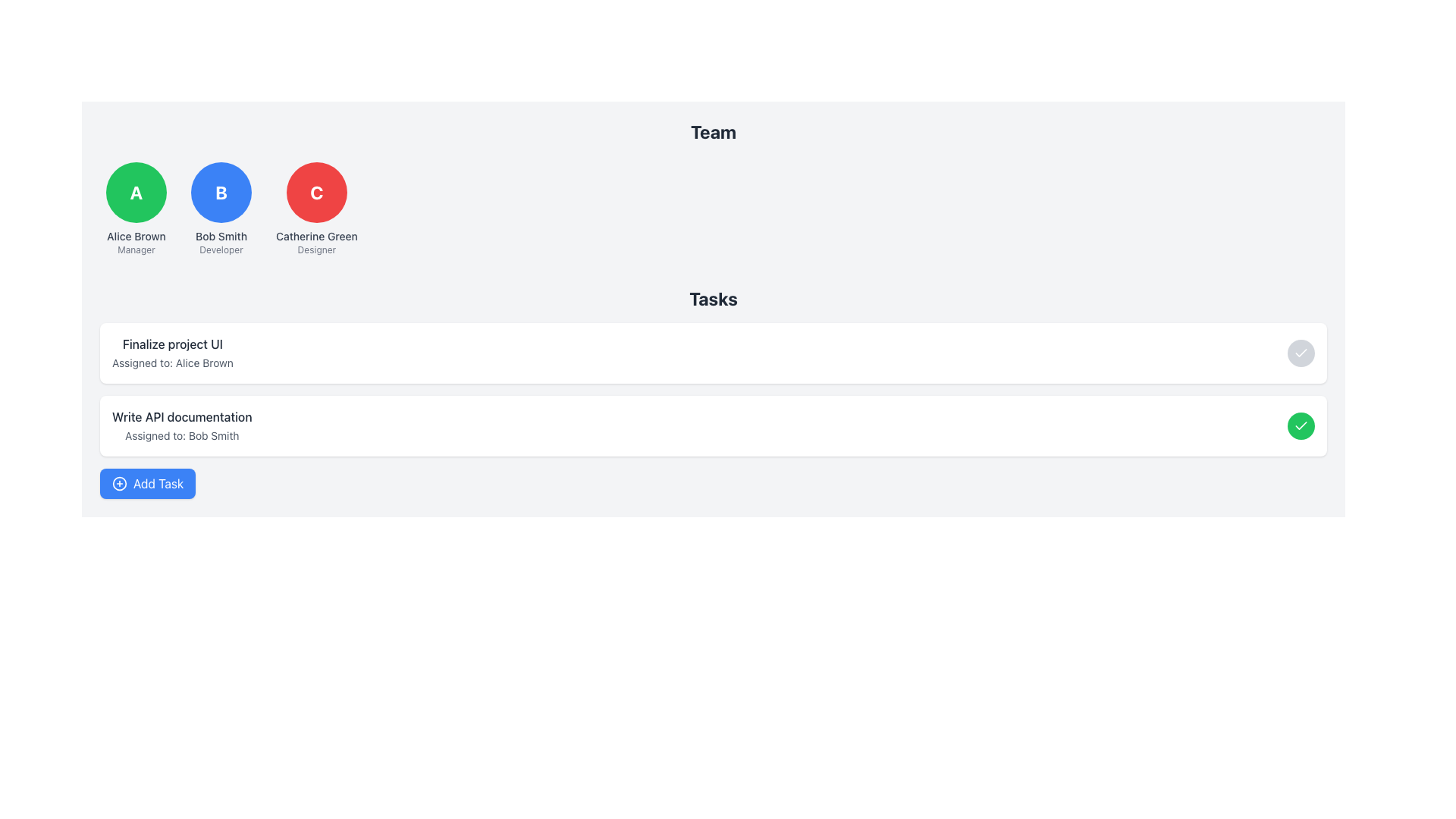  I want to click on the text label reading 'Manager' located below 'Alice Brown' in the profile card, so click(136, 249).